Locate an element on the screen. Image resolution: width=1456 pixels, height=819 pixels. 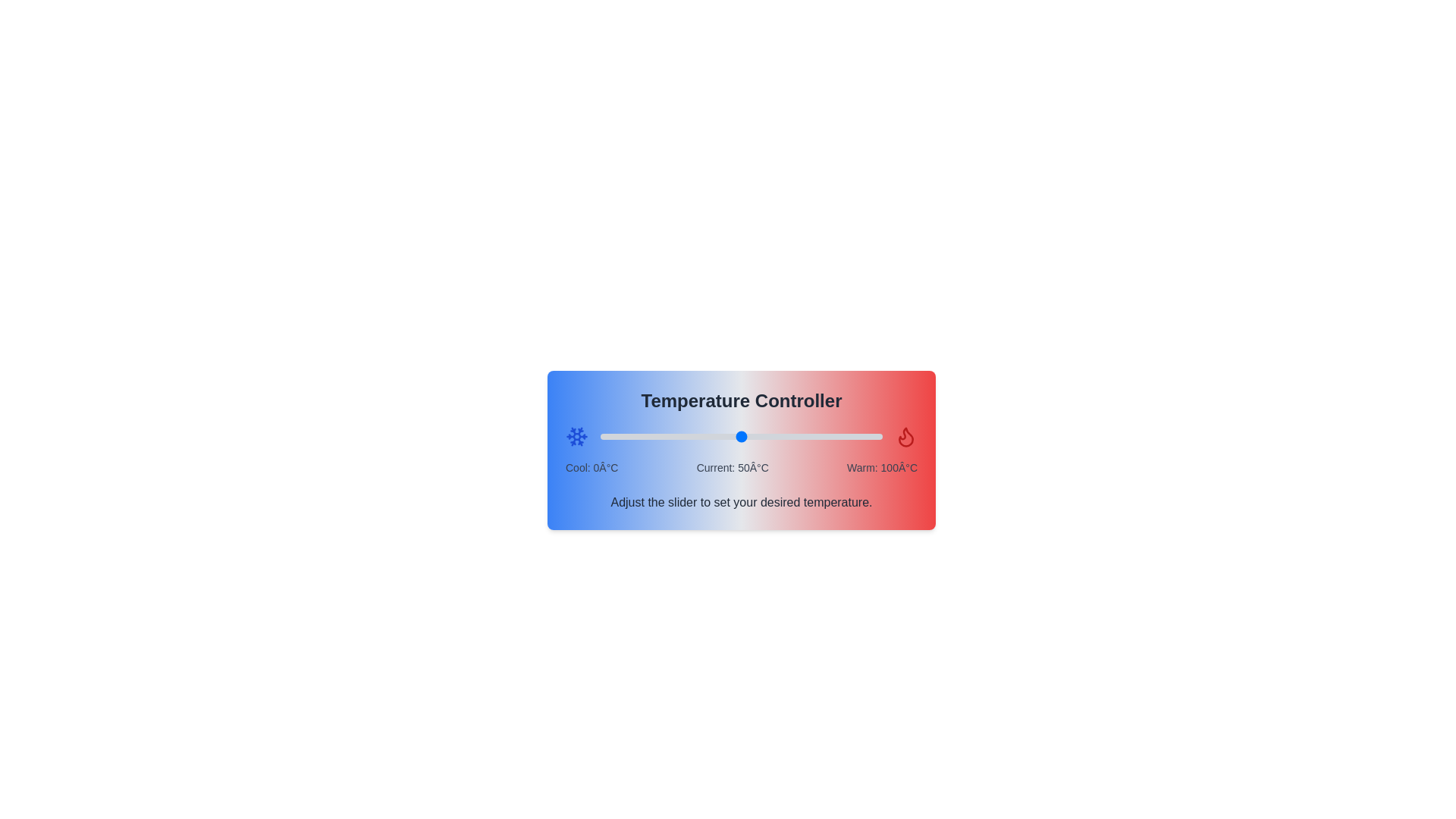
the snowflake icon to indicate the selection of a cool temperature setting is located at coordinates (576, 436).